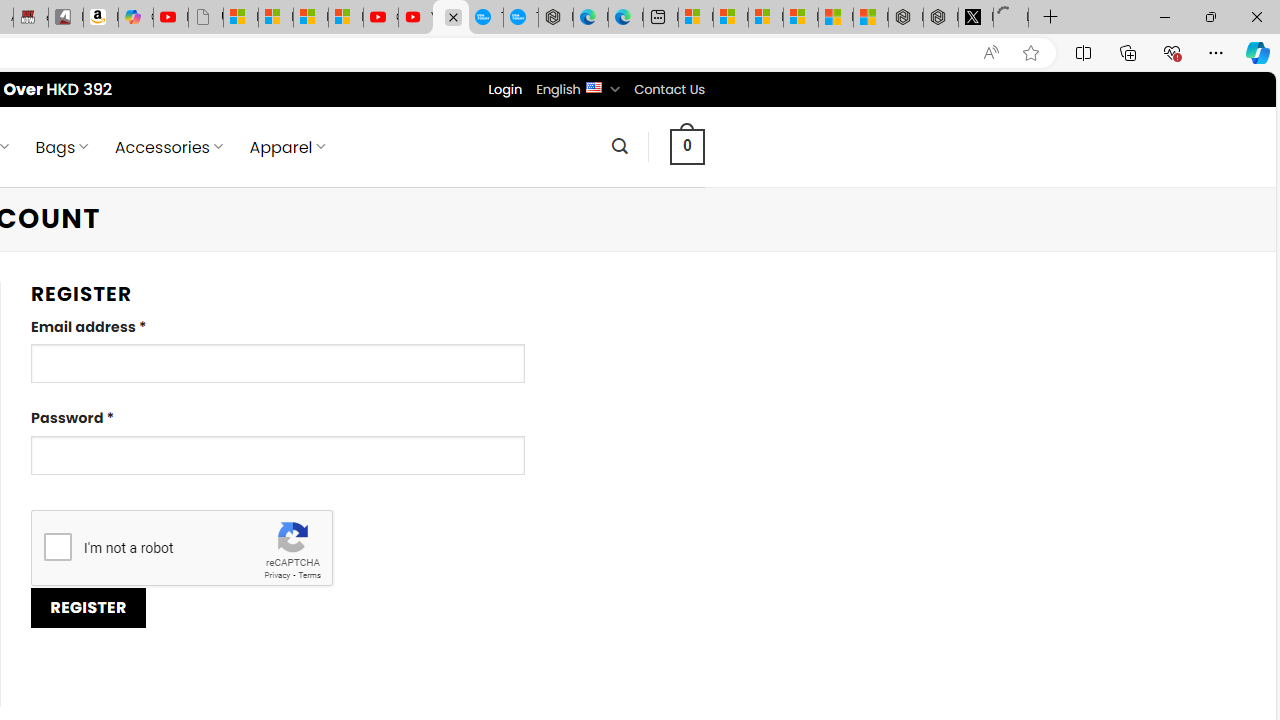 This screenshot has height=720, width=1280. What do you see at coordinates (276, 575) in the screenshot?
I see `'Privacy'` at bounding box center [276, 575].